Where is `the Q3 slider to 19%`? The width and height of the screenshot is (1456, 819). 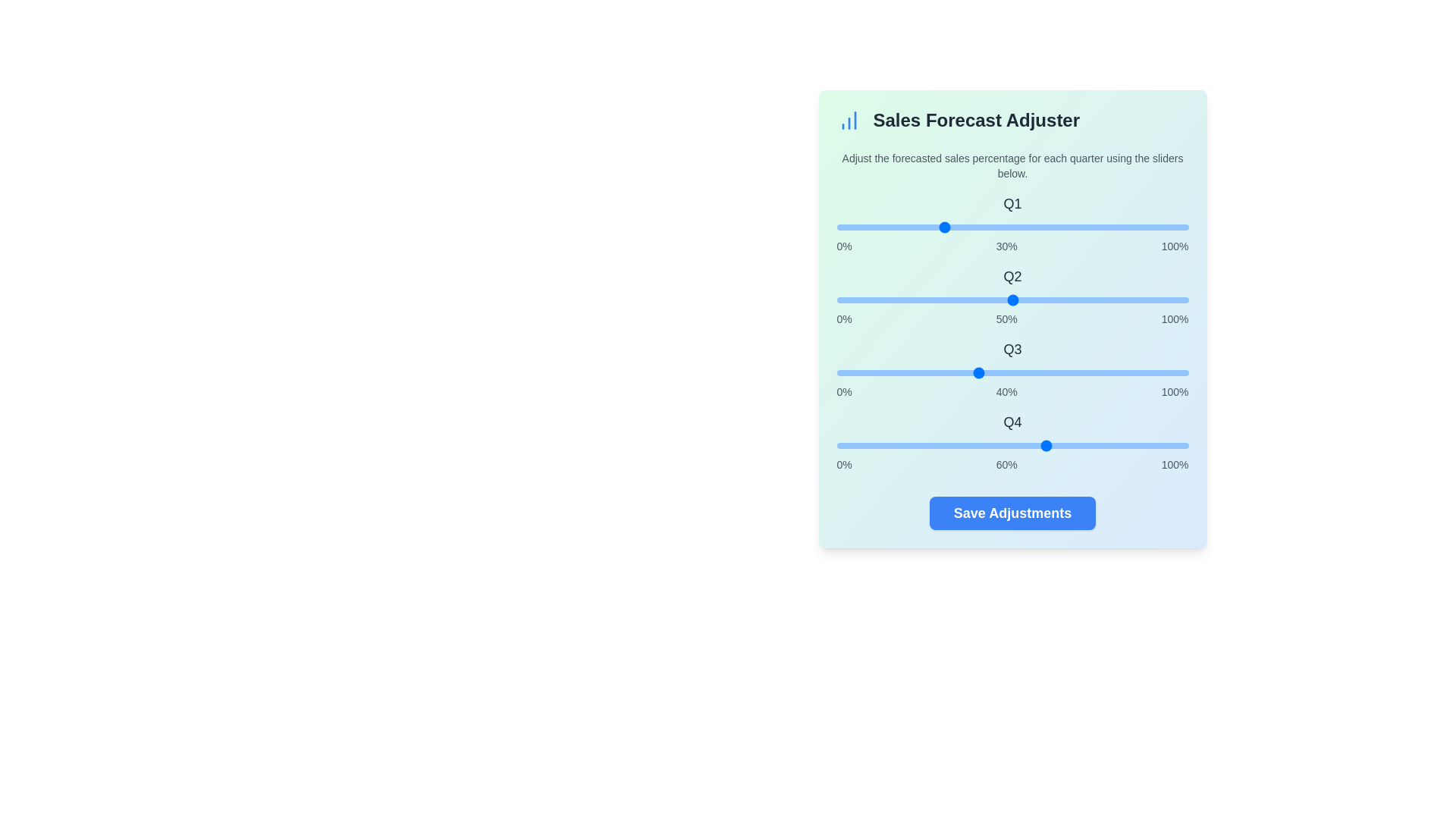 the Q3 slider to 19% is located at coordinates (903, 373).